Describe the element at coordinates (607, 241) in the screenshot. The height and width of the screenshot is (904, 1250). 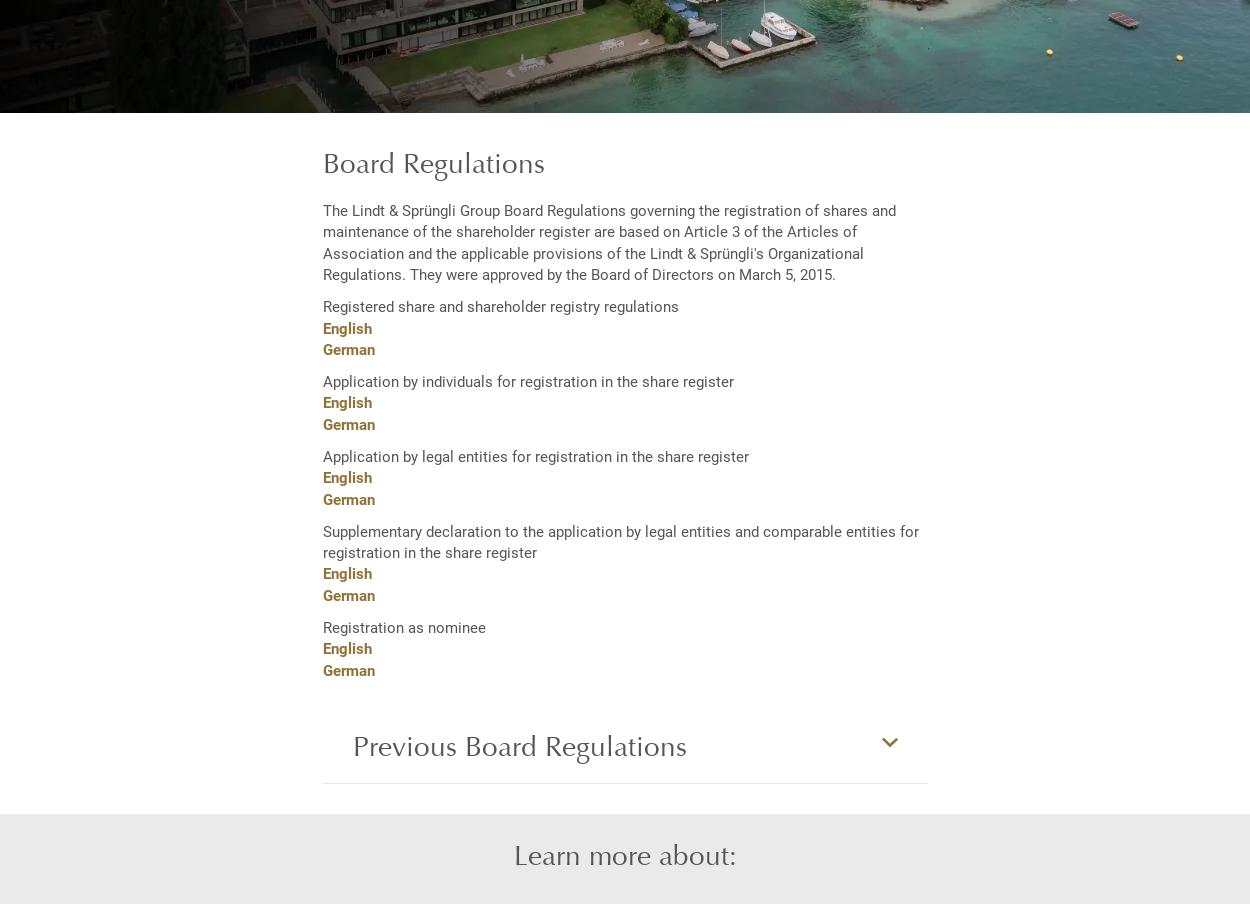
I see `'The Lindt & Sprüngli Group Board Regulations governing the registration of shares and maintenance of the shareholder register are based on Article 3 of the Articles of Association and the applicable provisions of the Lindt & Sprüngli's Organizational Regulations. They were approved by the Board of Directors on March 5, 2015.'` at that location.